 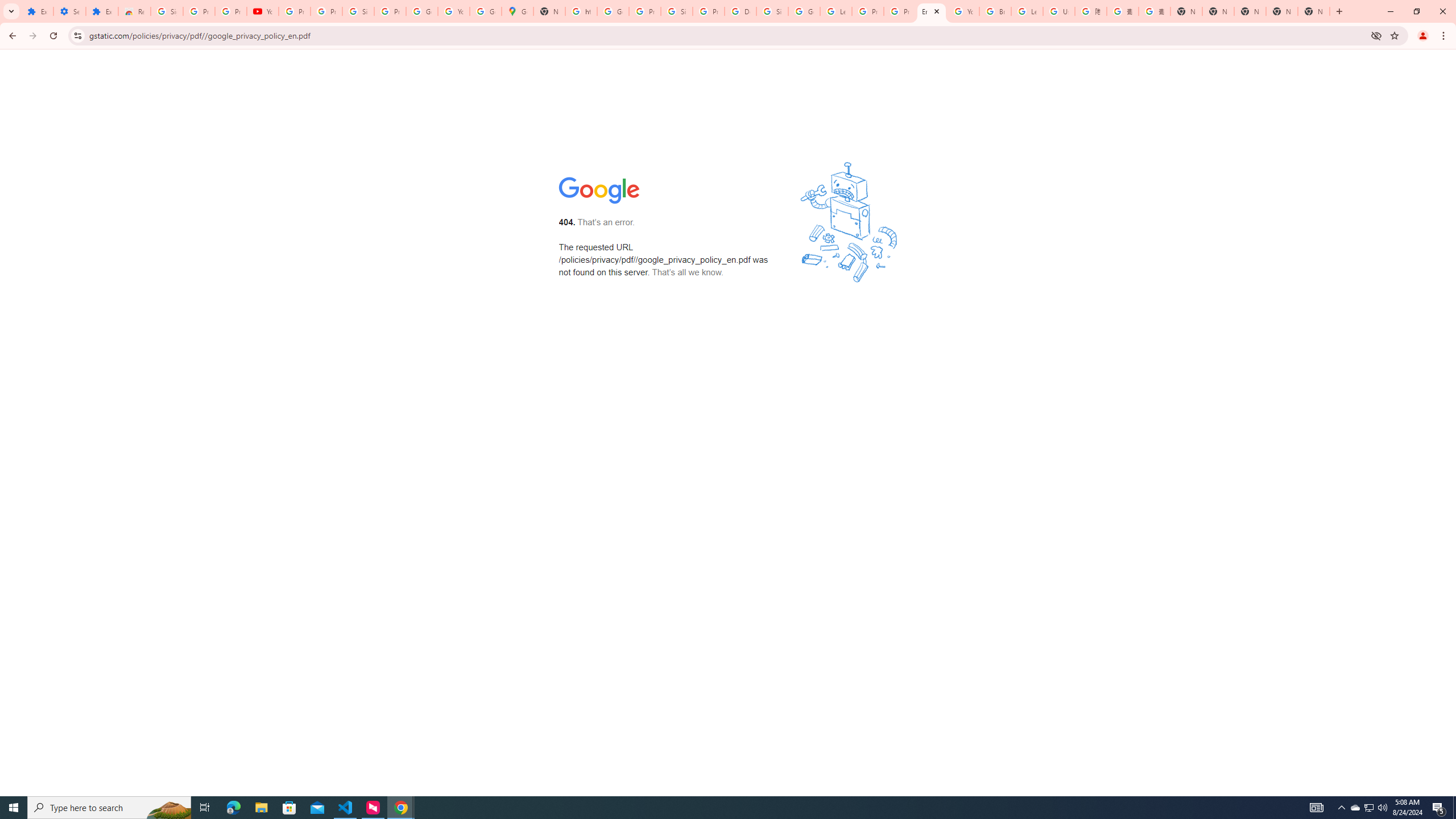 What do you see at coordinates (262, 11) in the screenshot?
I see `'YouTube'` at bounding box center [262, 11].